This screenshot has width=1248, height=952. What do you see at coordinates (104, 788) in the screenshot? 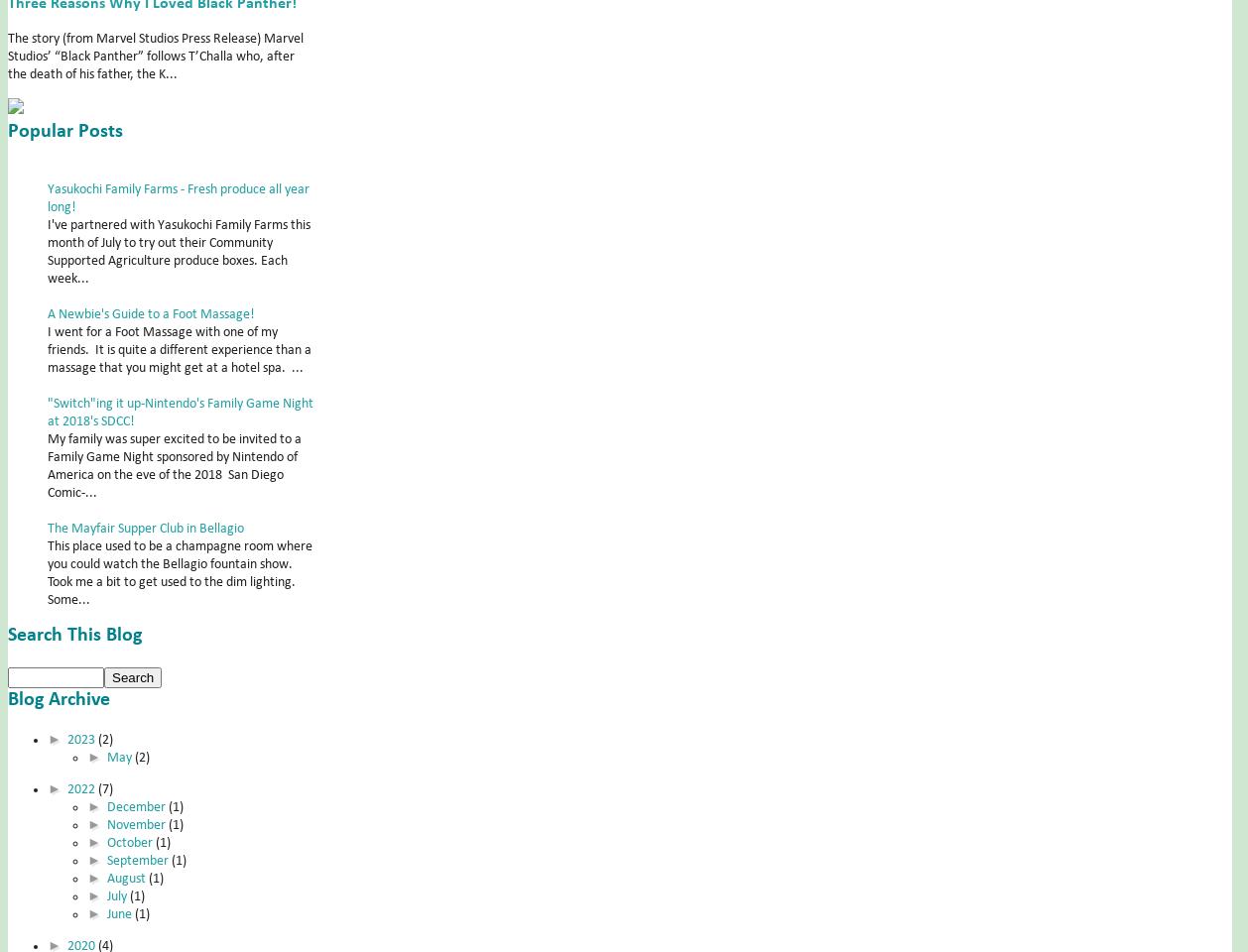
I see `'(7)'` at bounding box center [104, 788].